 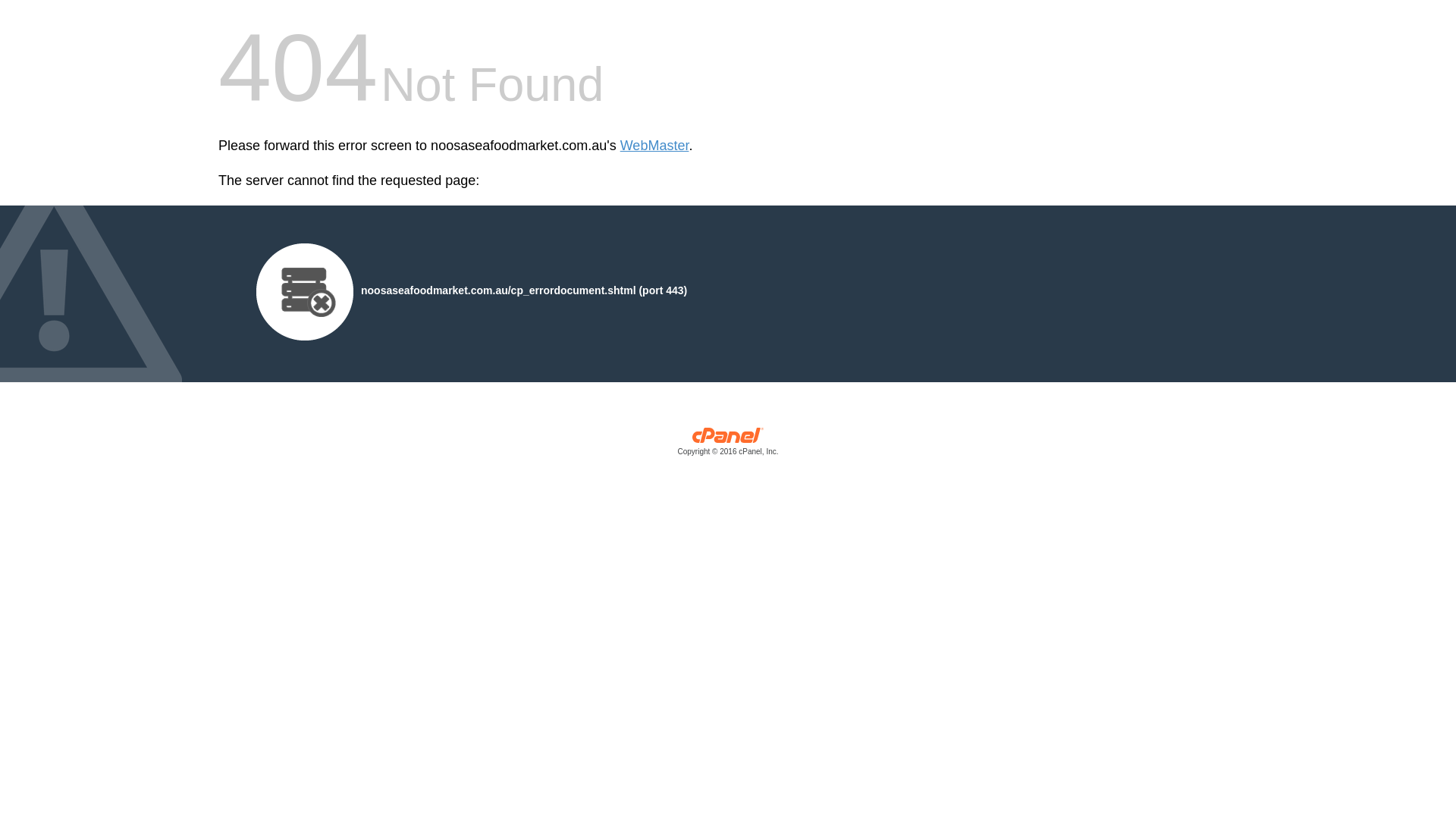 I want to click on 'WebMaster', so click(x=654, y=146).